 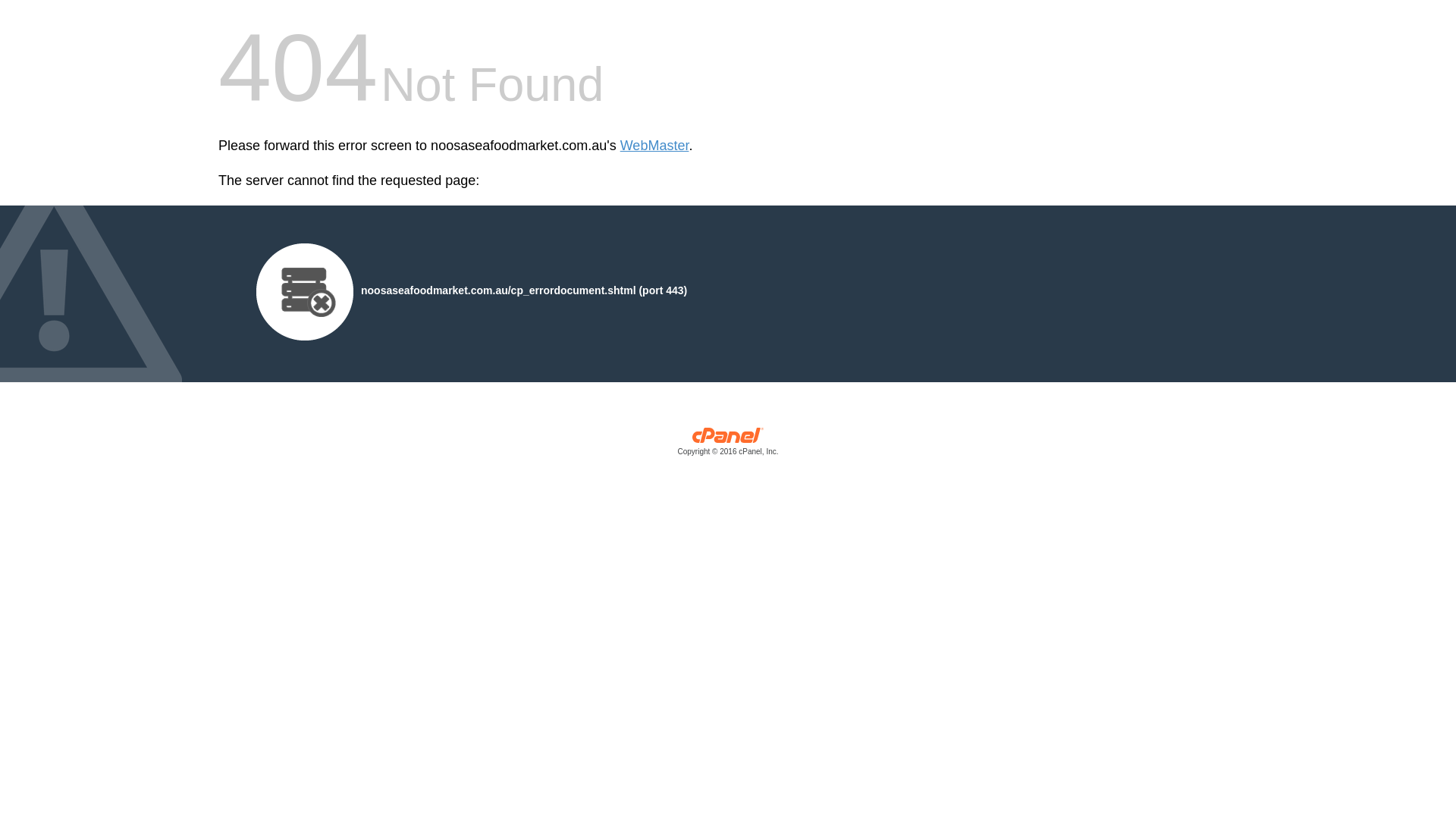 I want to click on 'WebMaster', so click(x=654, y=146).